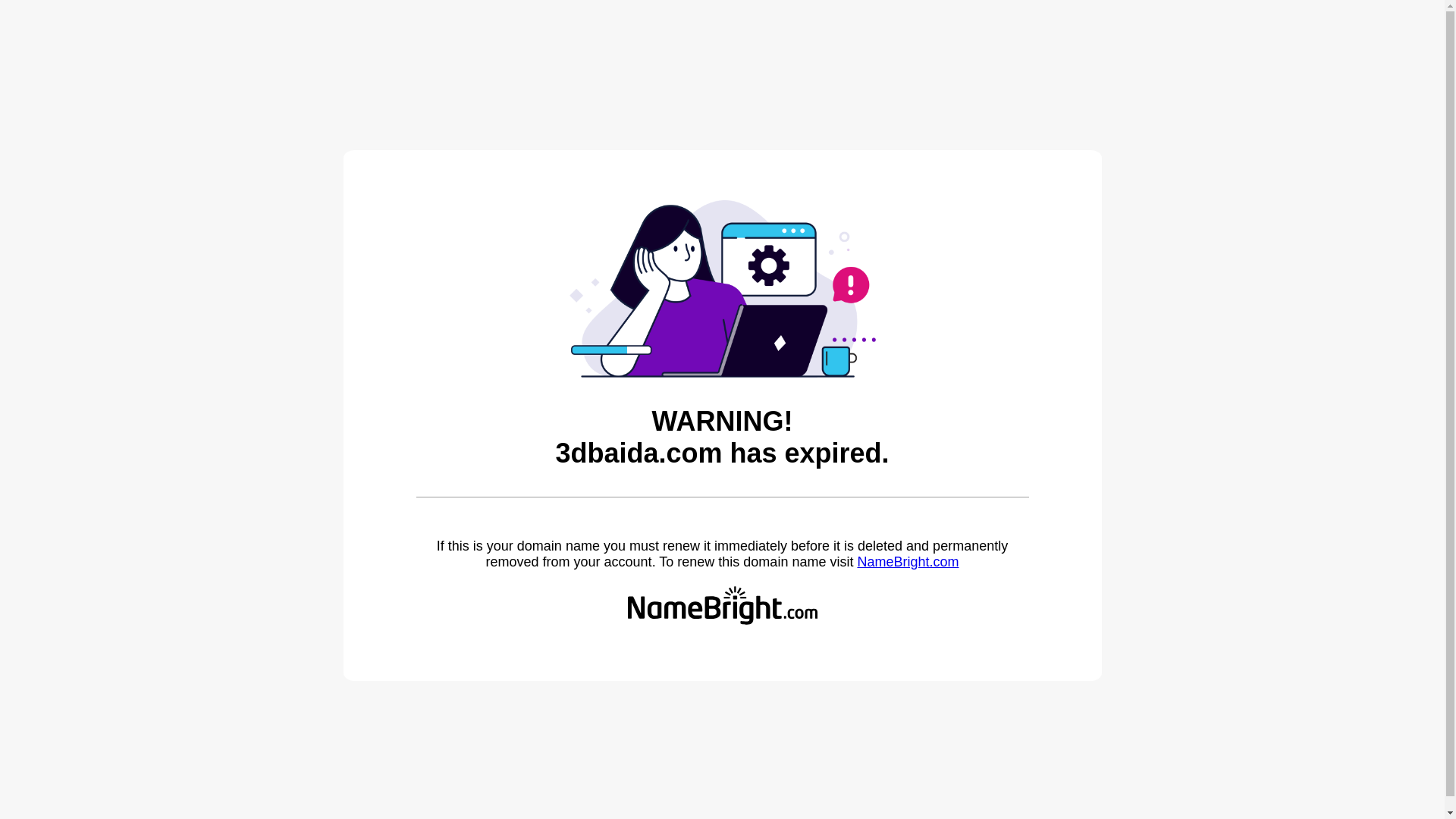  What do you see at coordinates (907, 561) in the screenshot?
I see `'NameBright.com'` at bounding box center [907, 561].